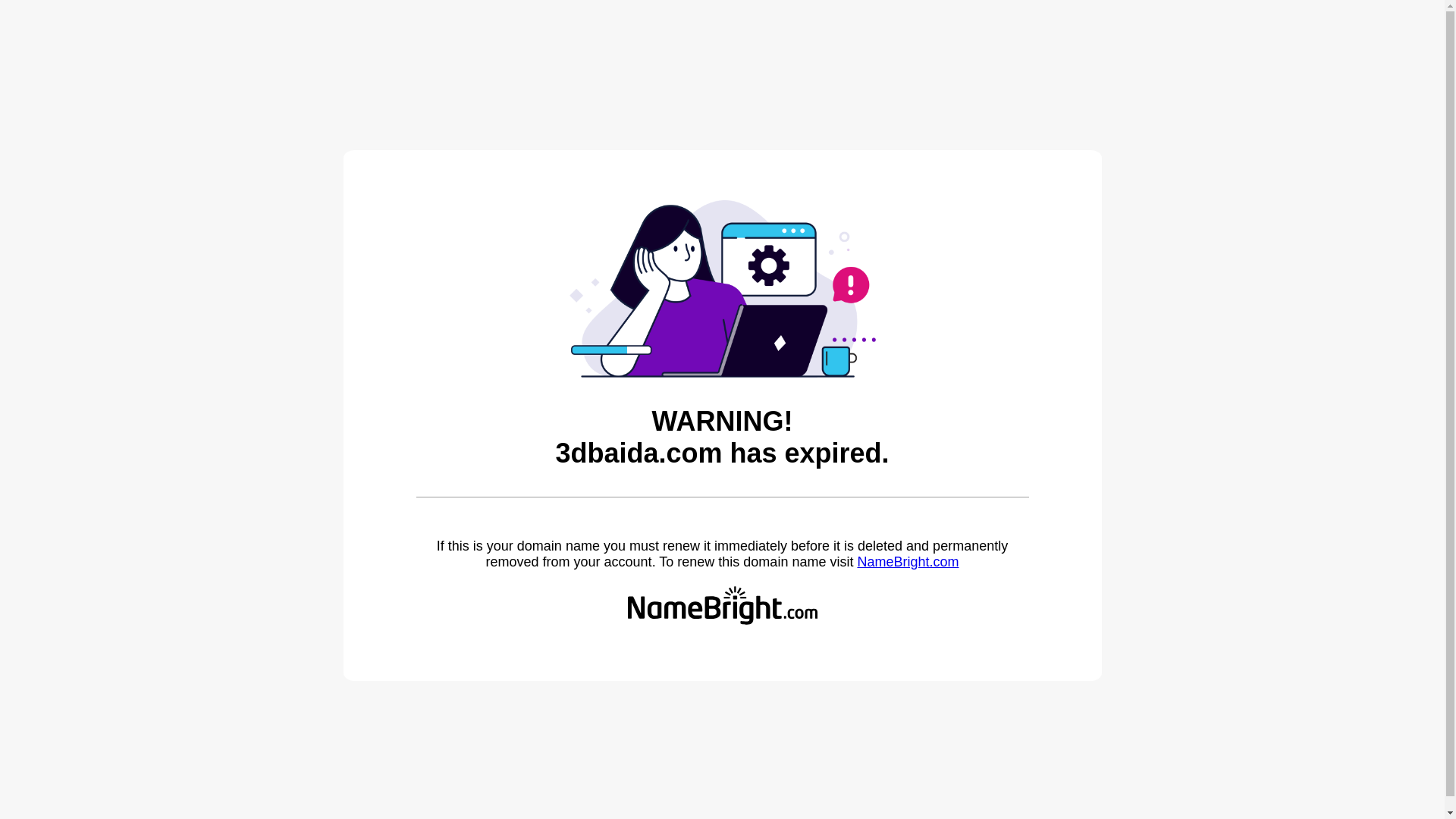  What do you see at coordinates (907, 561) in the screenshot?
I see `'NameBright.com'` at bounding box center [907, 561].